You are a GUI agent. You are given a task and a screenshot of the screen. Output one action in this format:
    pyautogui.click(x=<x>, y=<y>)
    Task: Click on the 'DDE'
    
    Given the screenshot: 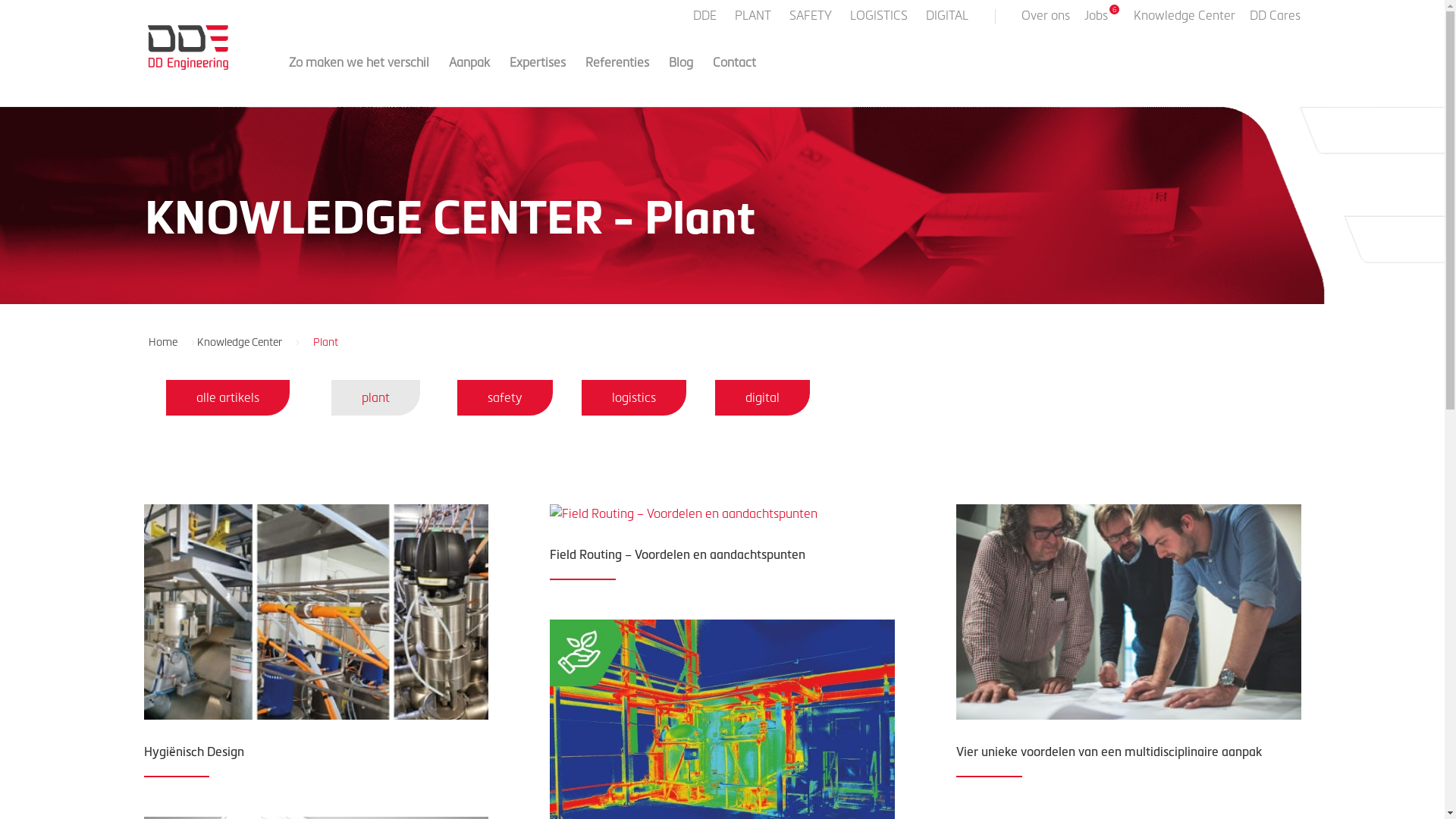 What is the action you would take?
    pyautogui.click(x=705, y=20)
    